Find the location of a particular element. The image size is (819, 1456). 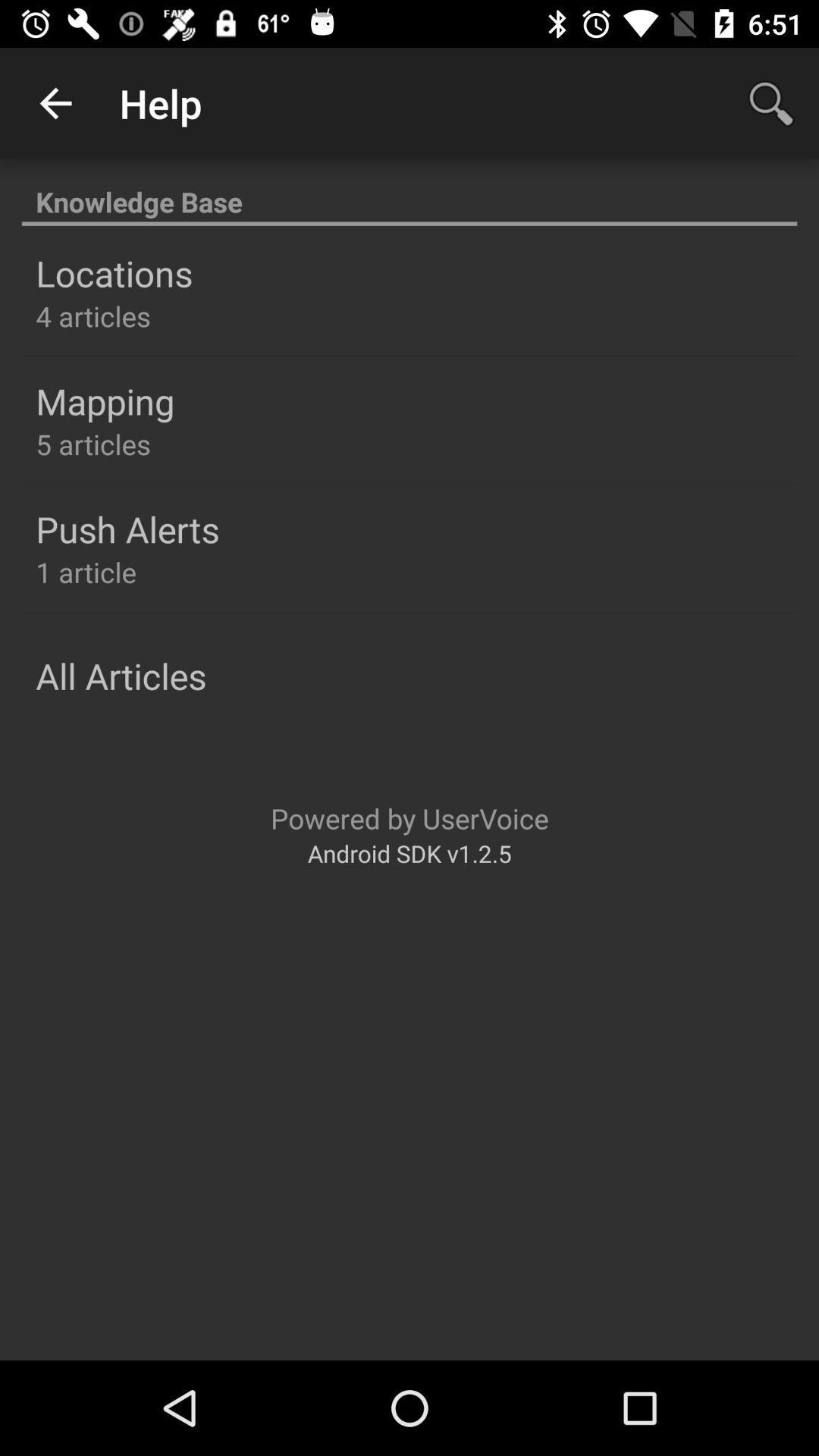

the icon next to the help app is located at coordinates (55, 102).